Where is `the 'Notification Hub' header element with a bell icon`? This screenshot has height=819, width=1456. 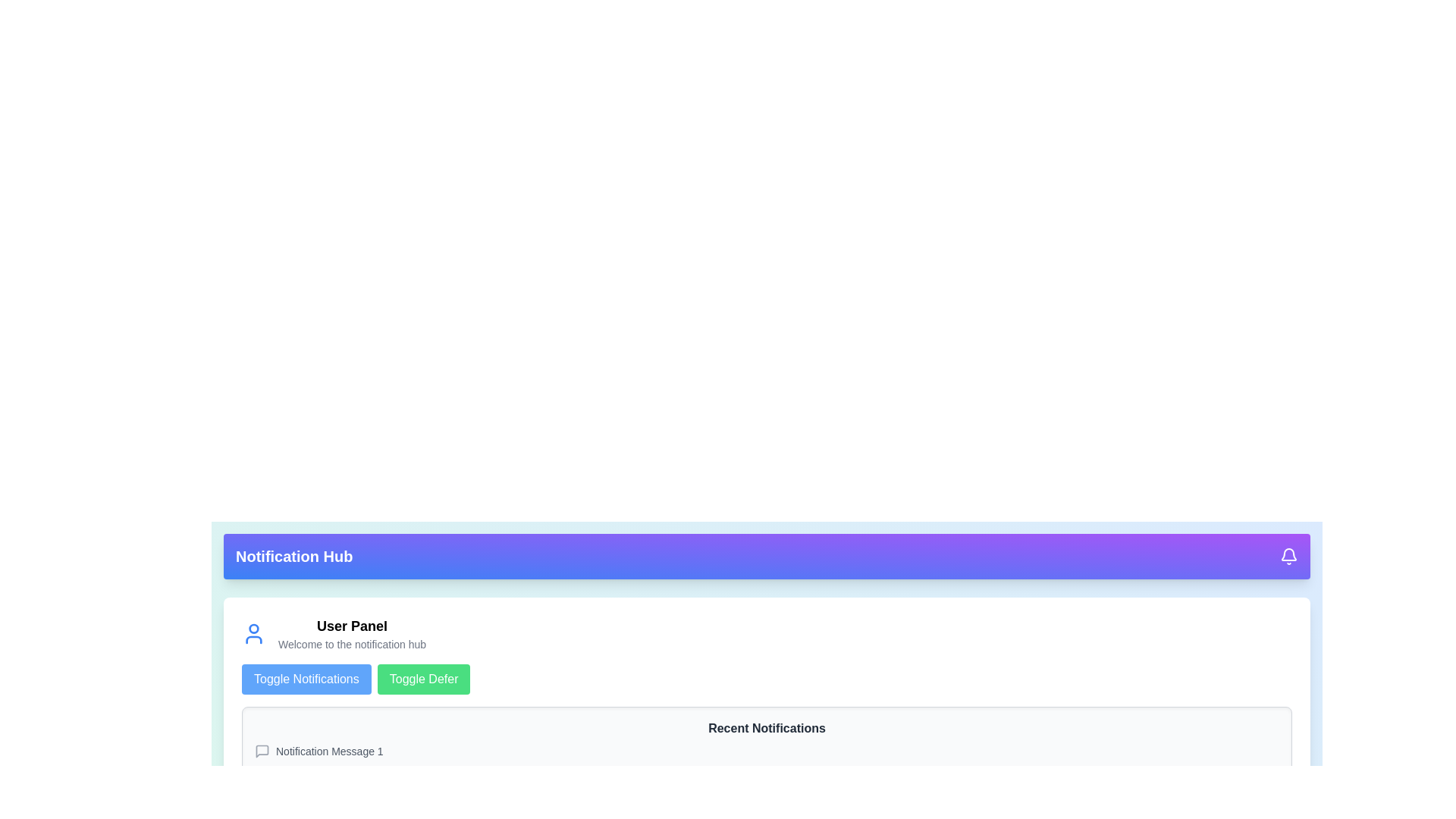 the 'Notification Hub' header element with a bell icon is located at coordinates (767, 556).